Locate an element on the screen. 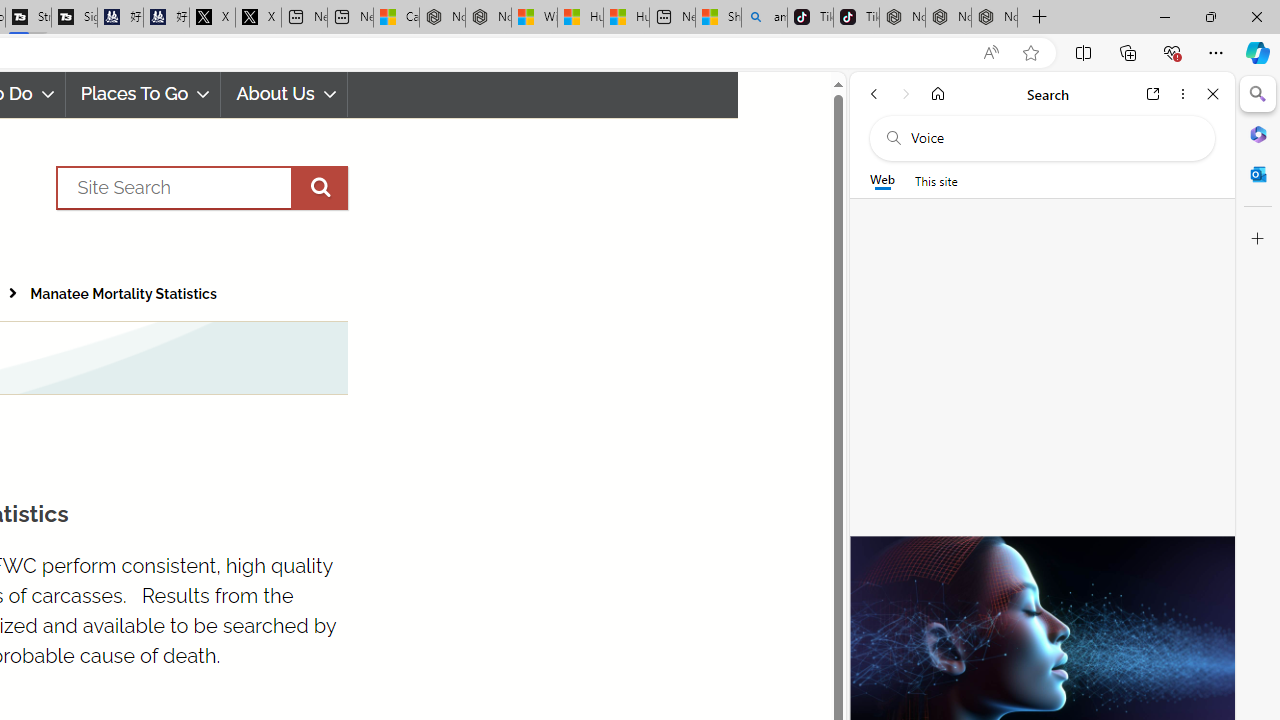  'About Us' is located at coordinates (283, 94).